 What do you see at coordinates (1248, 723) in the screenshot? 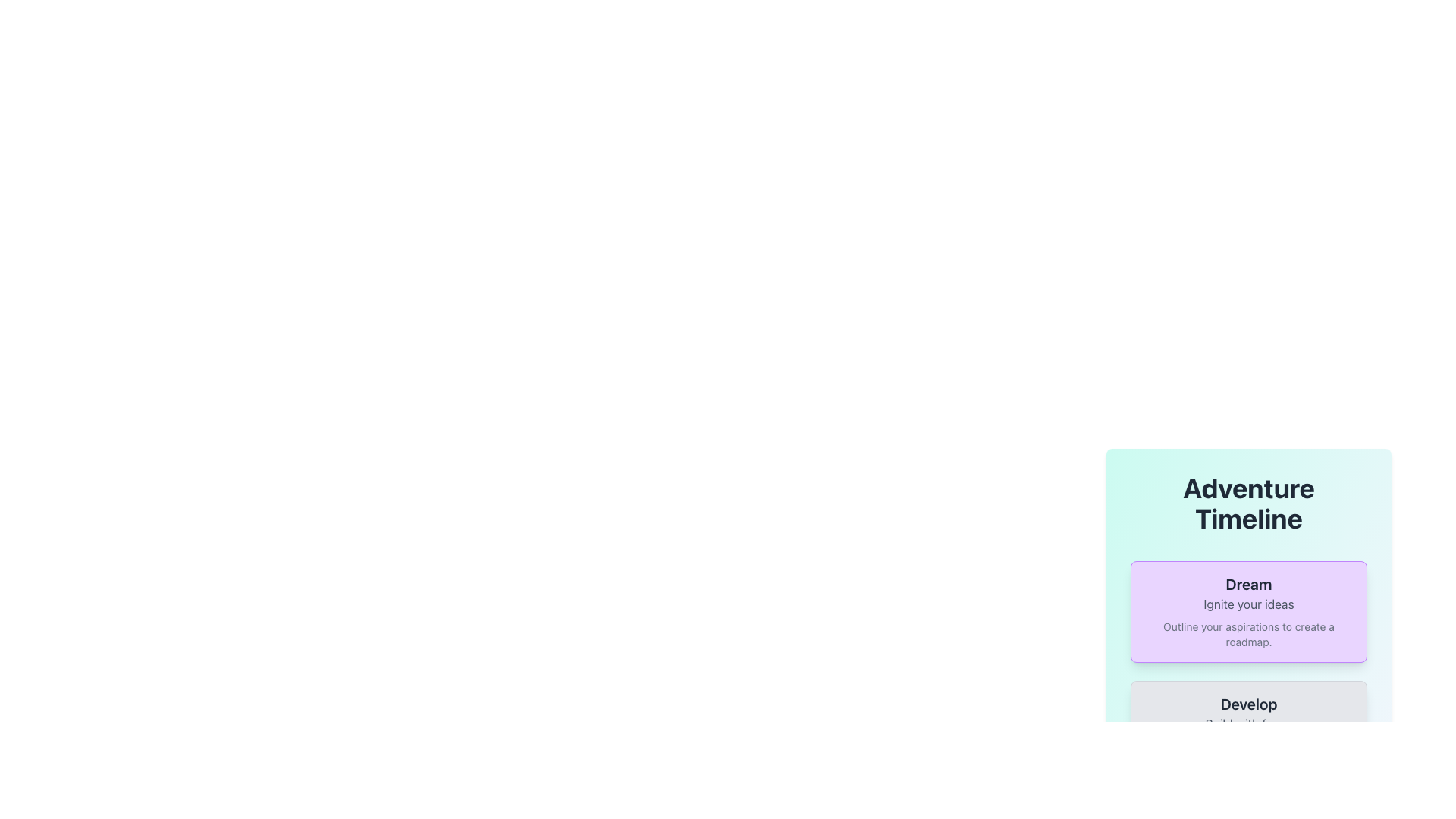
I see `text label that serves as a secondary description within the card structure, located below the title 'Develop'` at bounding box center [1248, 723].